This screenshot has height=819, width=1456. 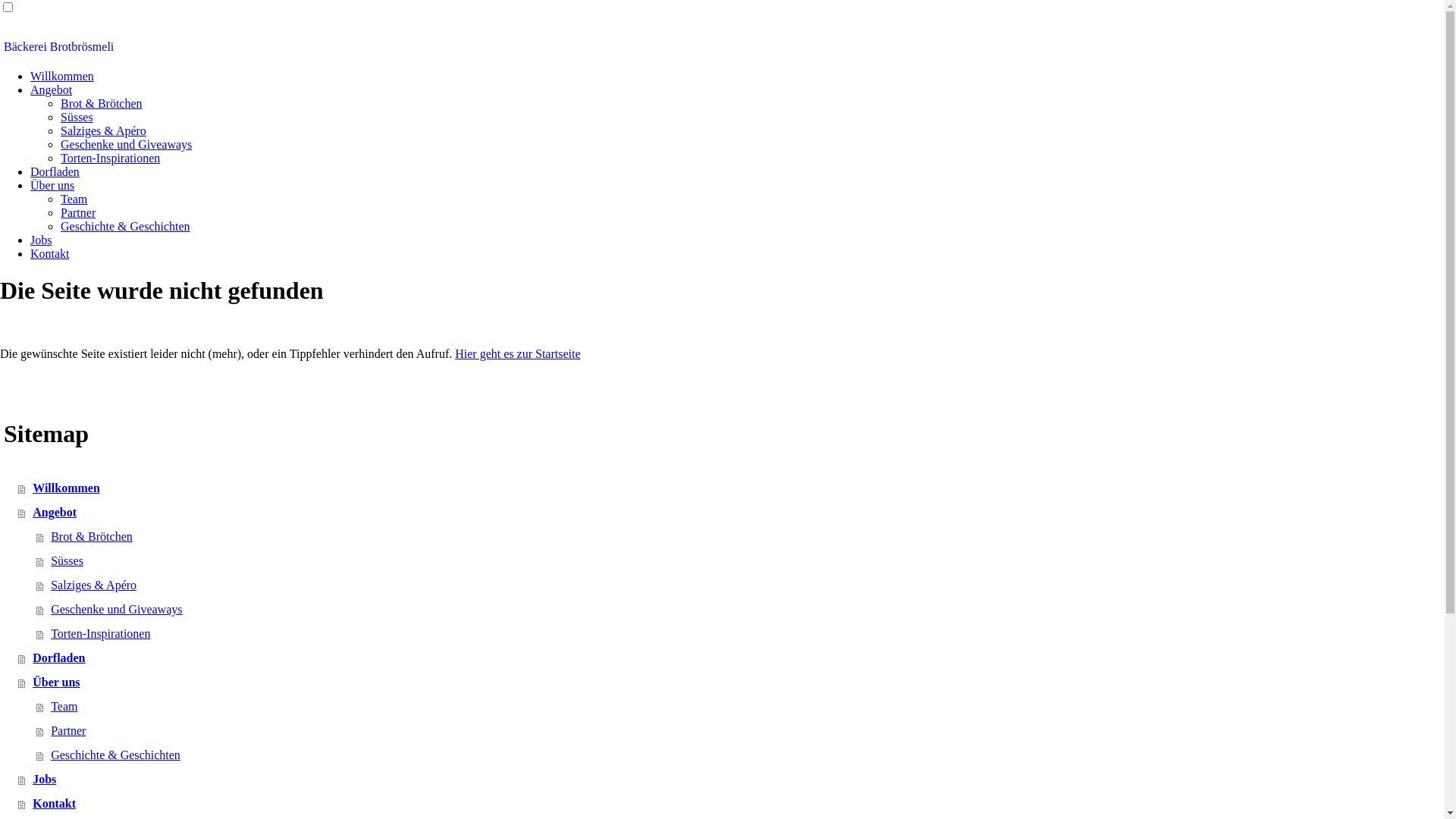 What do you see at coordinates (50, 253) in the screenshot?
I see `'Kontakt'` at bounding box center [50, 253].